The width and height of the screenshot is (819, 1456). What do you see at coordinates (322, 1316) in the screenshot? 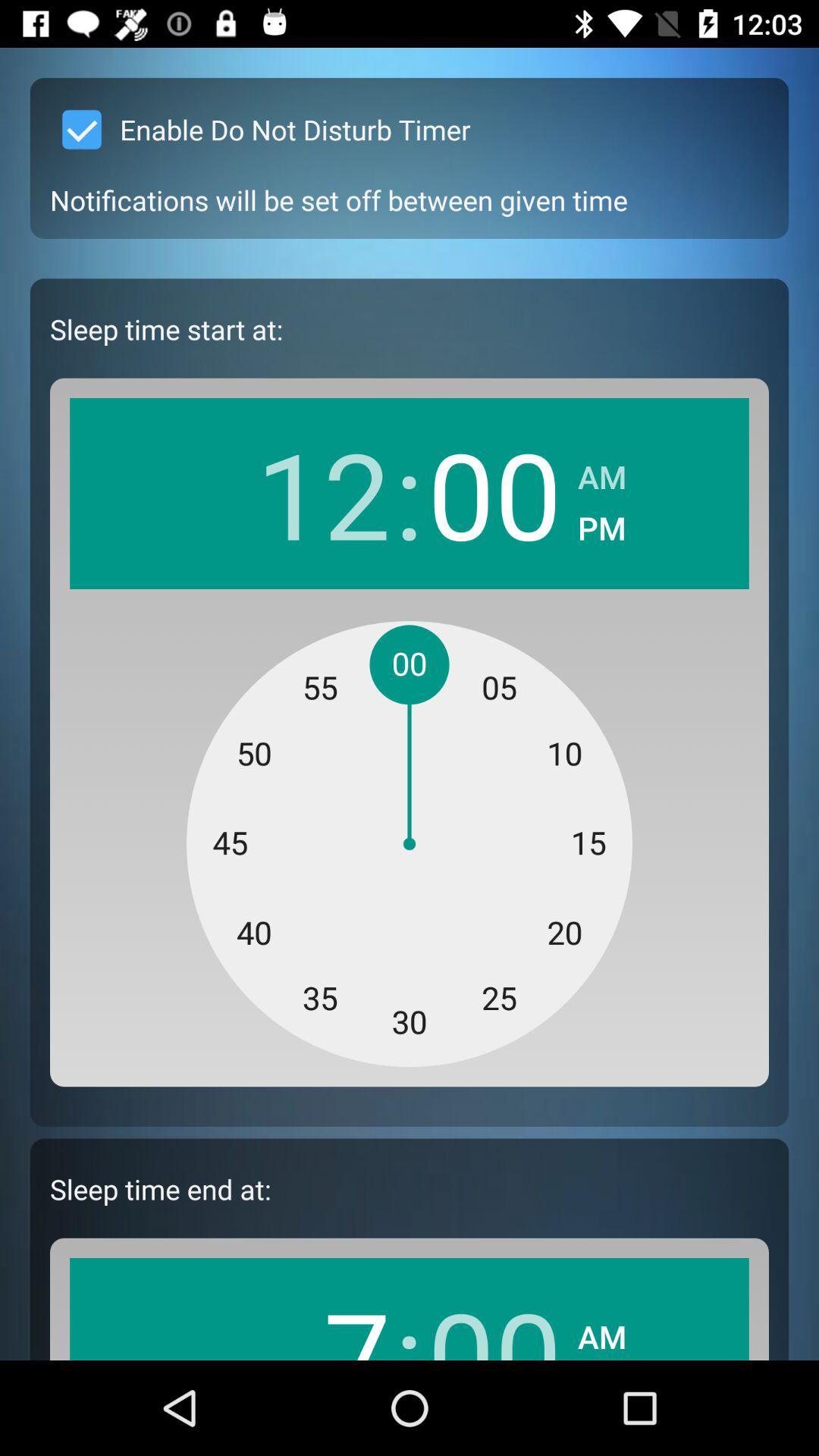
I see `app below the sleep time end app` at bounding box center [322, 1316].